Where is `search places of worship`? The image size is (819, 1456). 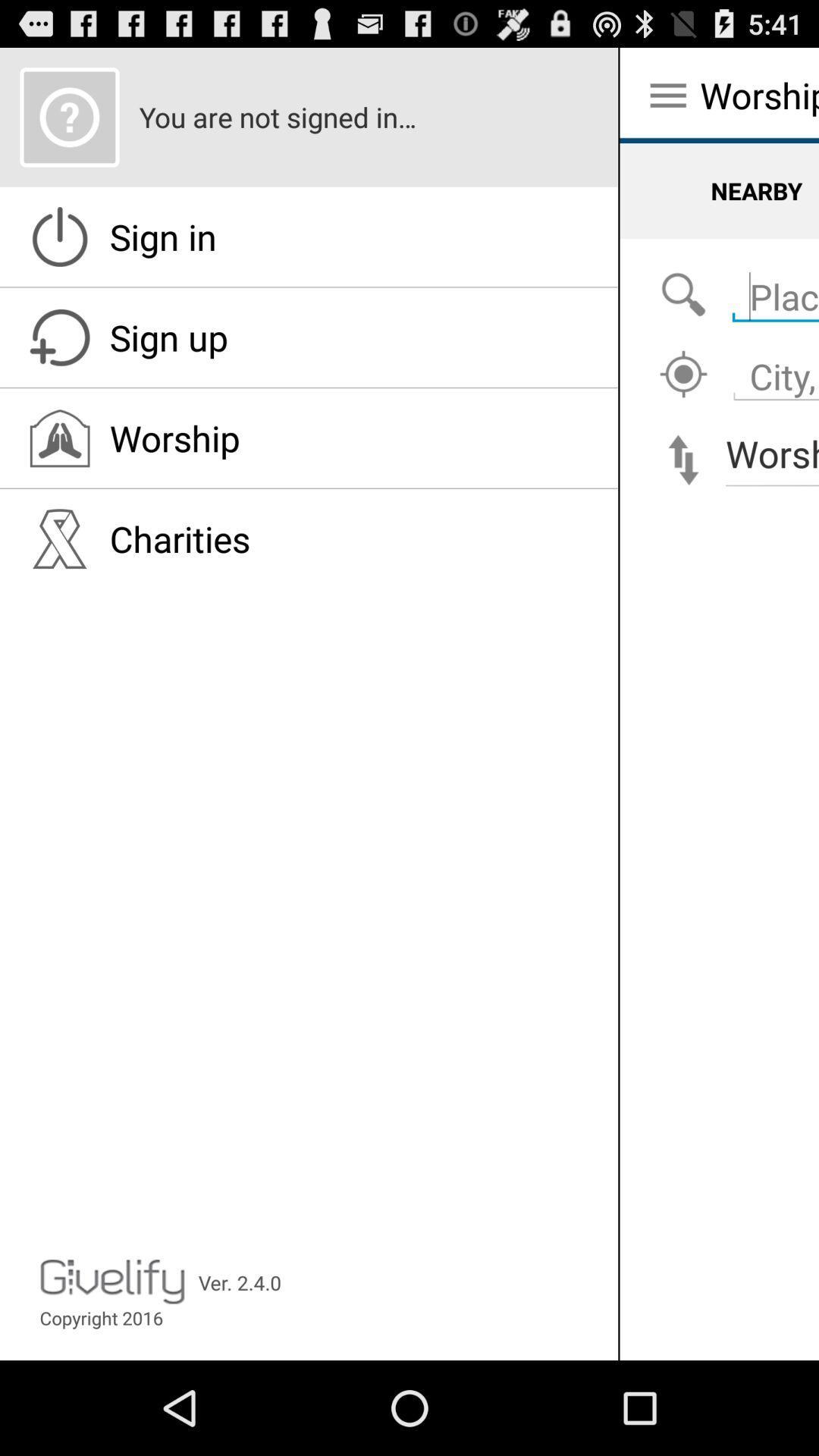
search places of worship is located at coordinates (683, 295).